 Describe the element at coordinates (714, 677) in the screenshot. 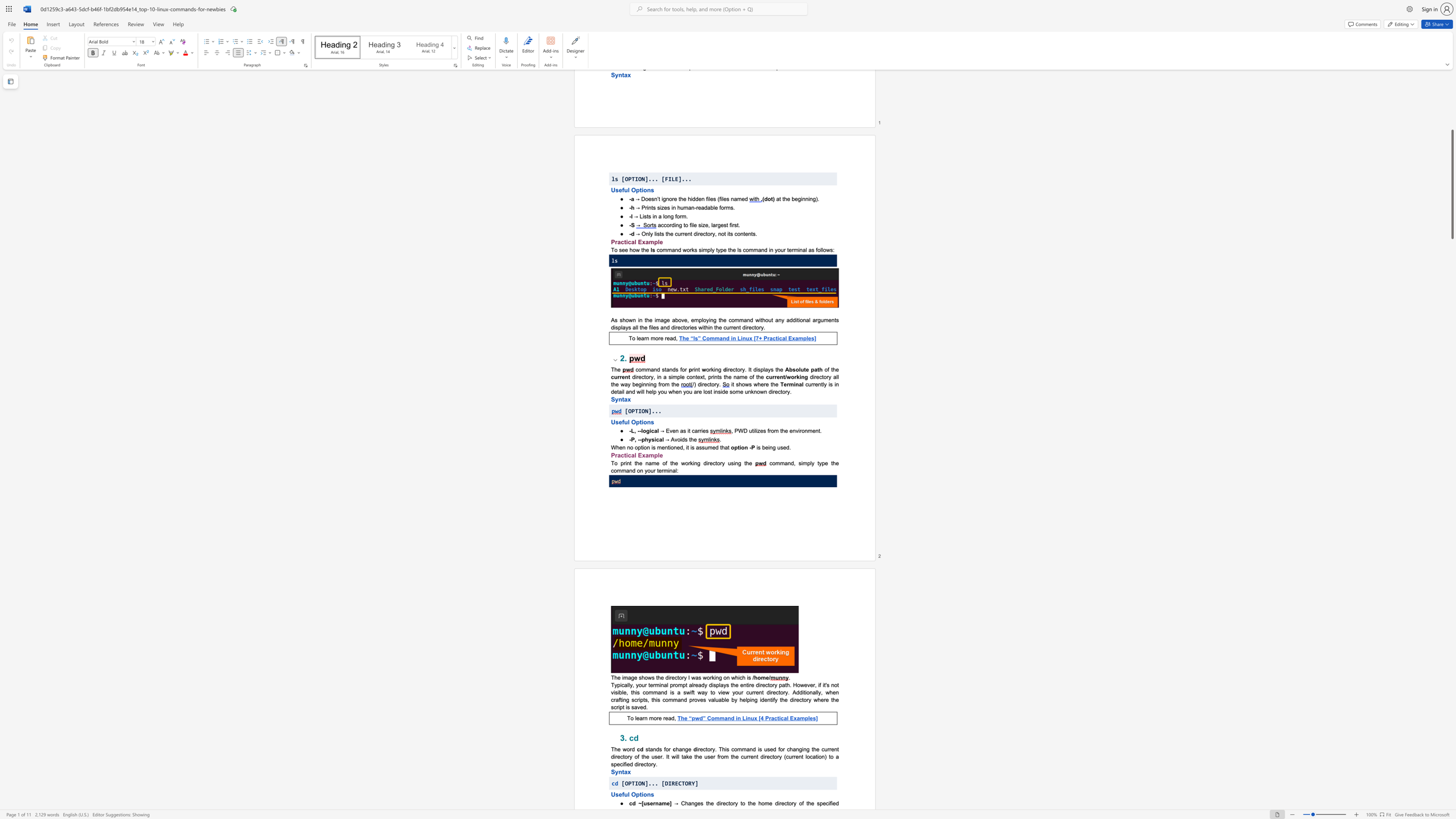

I see `the 3th character "i" in the text` at that location.